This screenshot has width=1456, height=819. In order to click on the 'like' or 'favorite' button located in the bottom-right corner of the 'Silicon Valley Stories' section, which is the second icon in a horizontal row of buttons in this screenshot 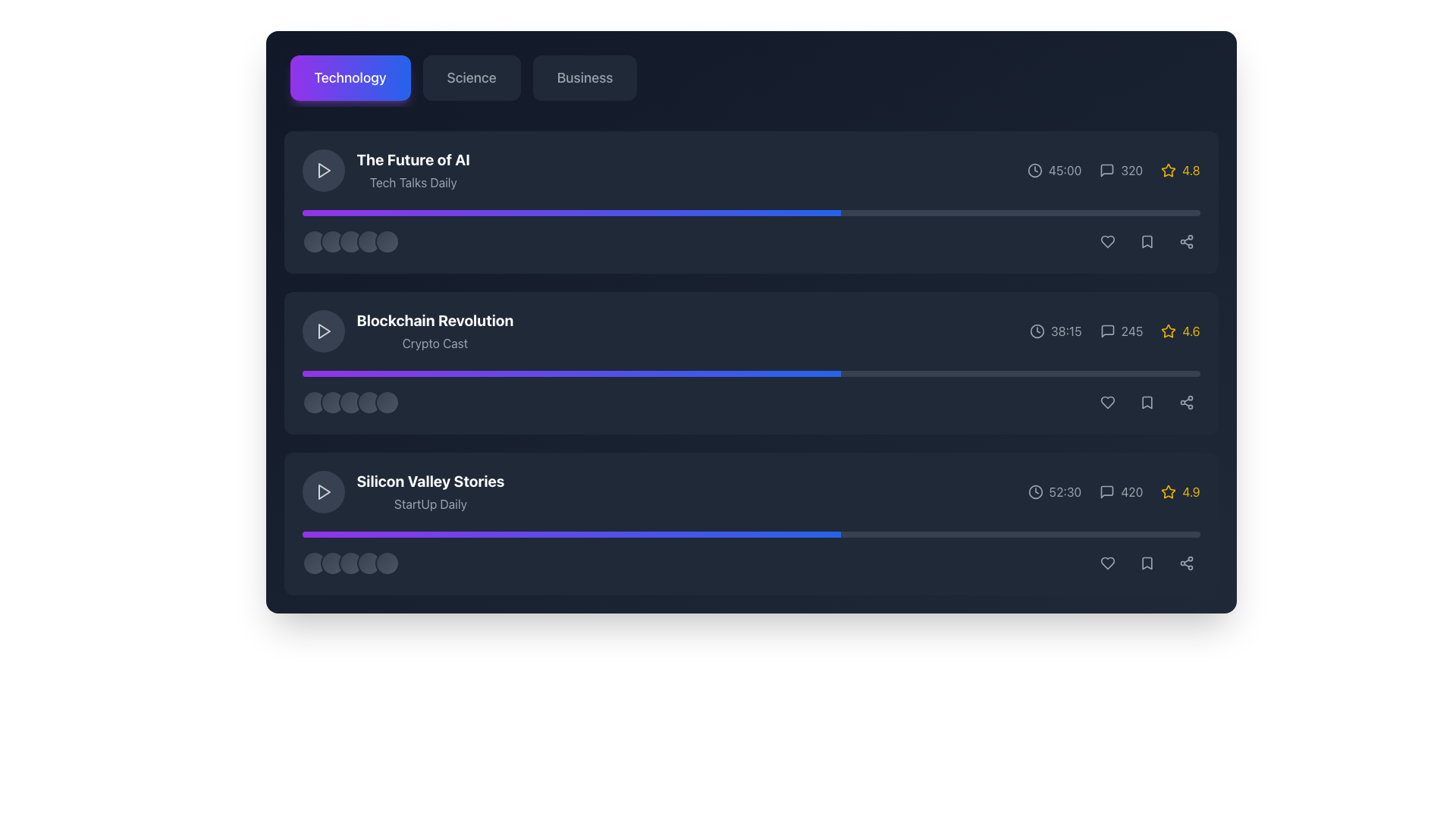, I will do `click(1107, 563)`.